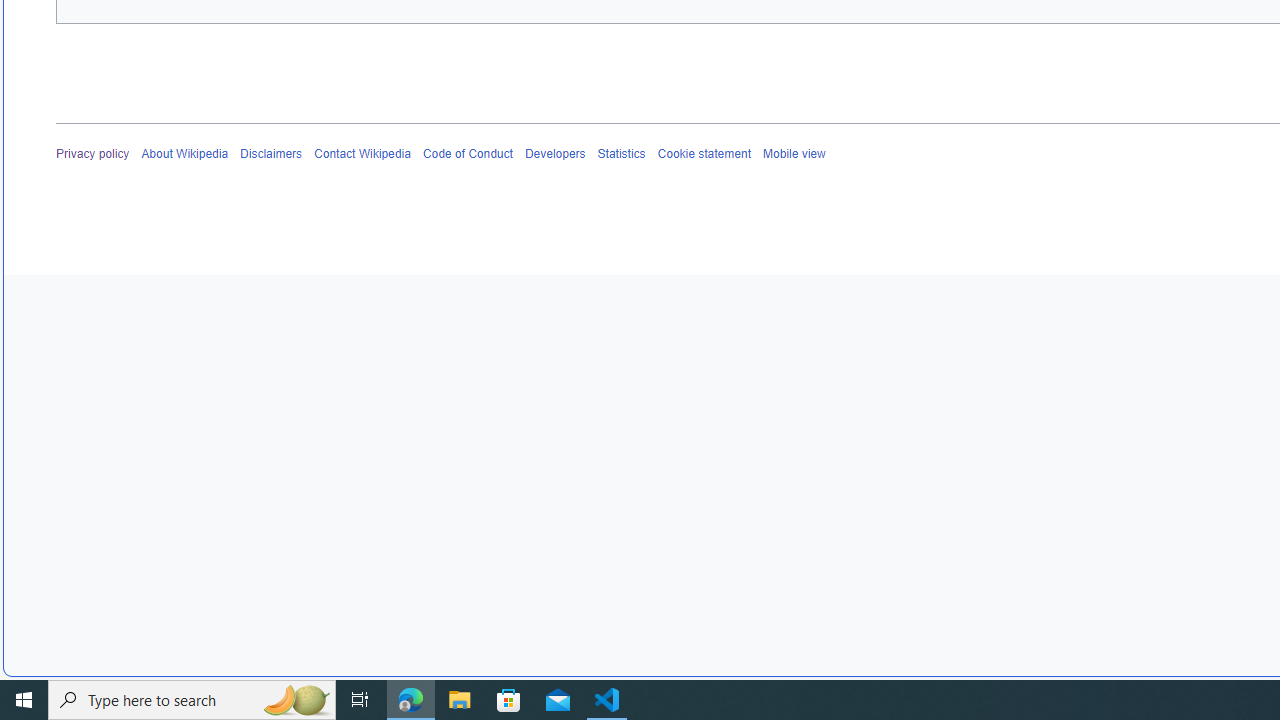 This screenshot has width=1280, height=720. What do you see at coordinates (184, 153) in the screenshot?
I see `'About Wikipedia'` at bounding box center [184, 153].